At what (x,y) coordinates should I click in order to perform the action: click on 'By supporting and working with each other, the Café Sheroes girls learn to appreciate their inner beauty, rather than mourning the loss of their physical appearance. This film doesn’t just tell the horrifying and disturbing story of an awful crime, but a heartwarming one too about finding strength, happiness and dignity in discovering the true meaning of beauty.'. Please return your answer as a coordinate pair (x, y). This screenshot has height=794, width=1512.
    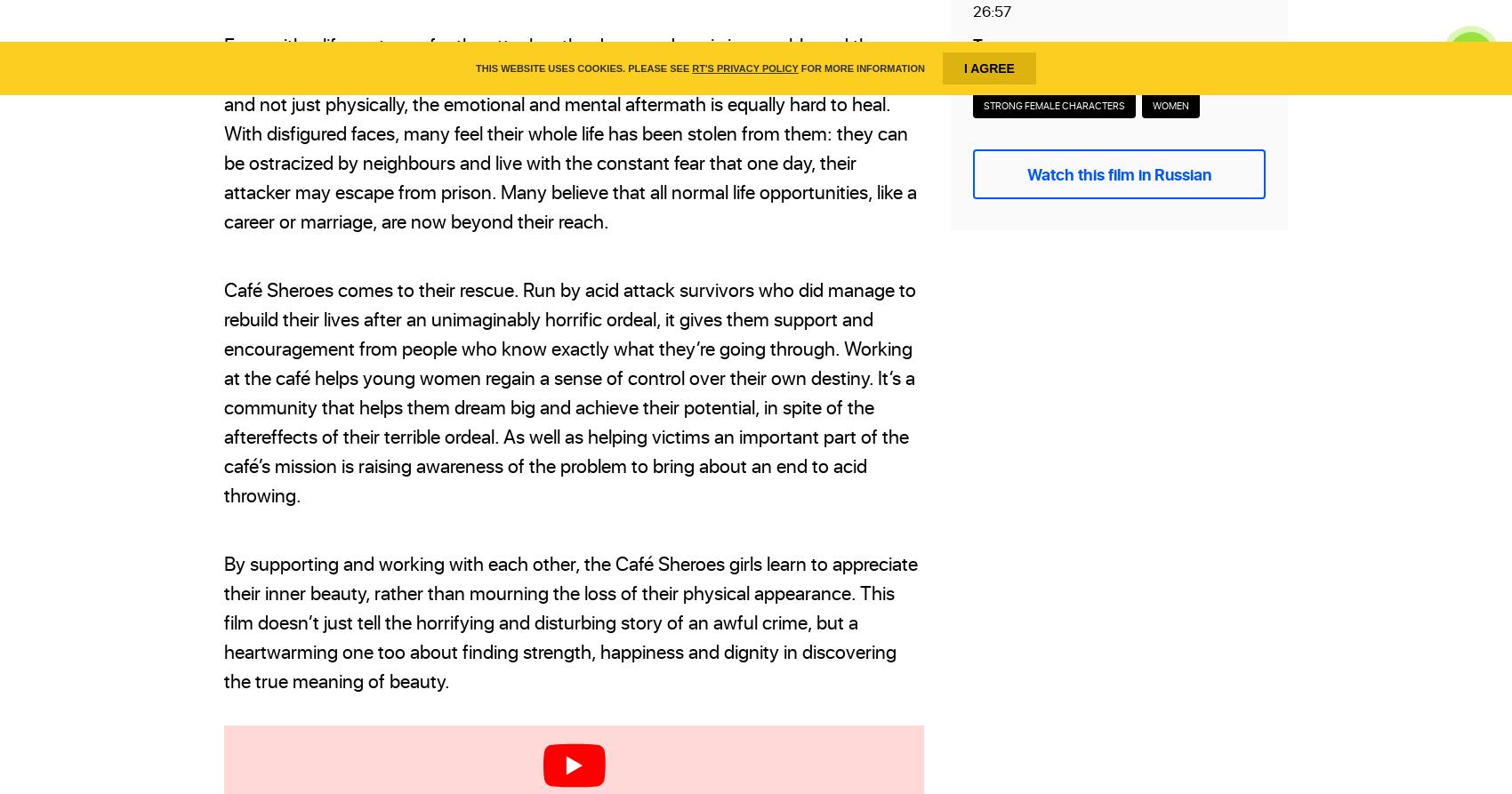
    Looking at the image, I should click on (223, 622).